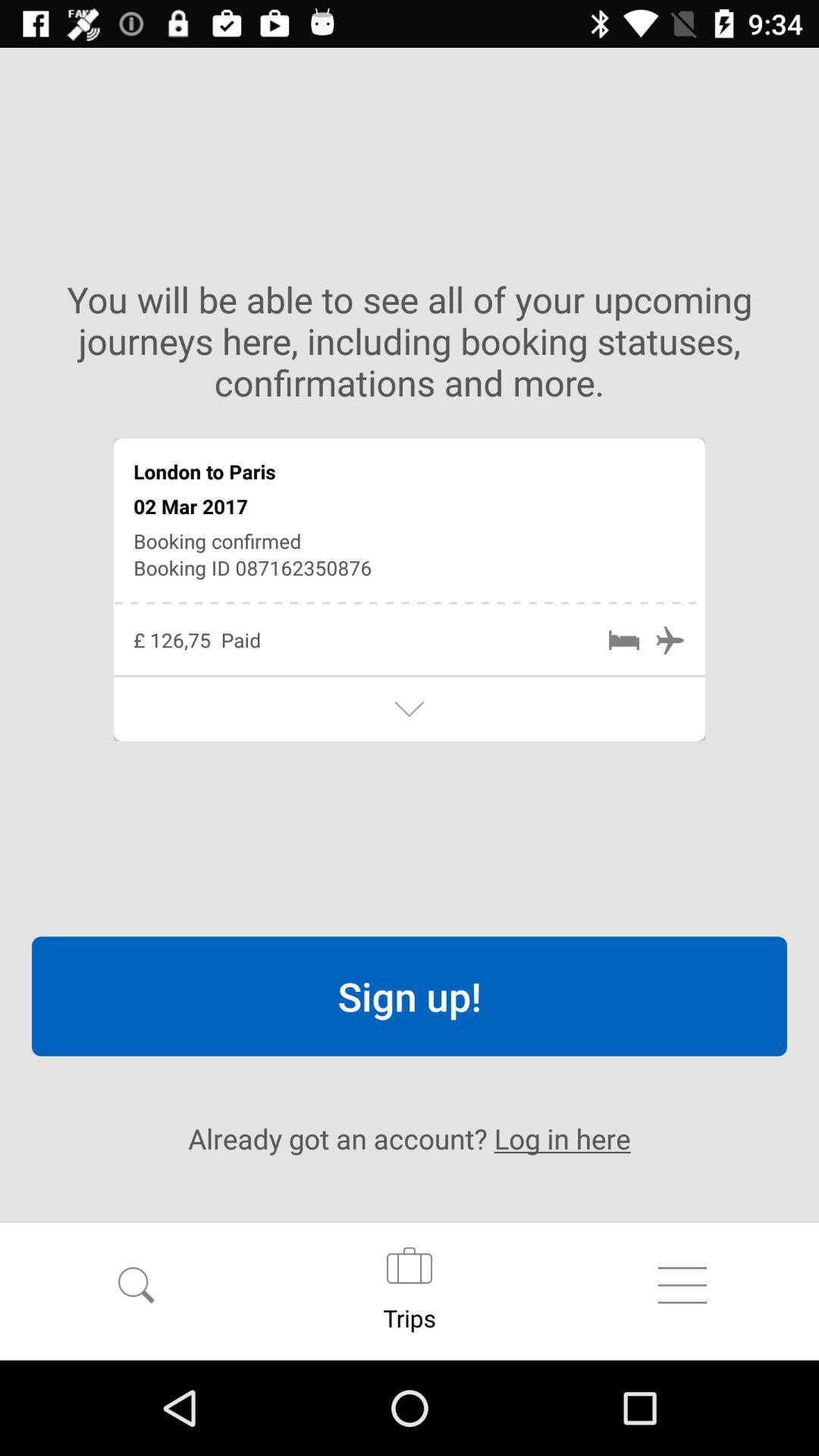  Describe the element at coordinates (409, 996) in the screenshot. I see `item above already got an item` at that location.